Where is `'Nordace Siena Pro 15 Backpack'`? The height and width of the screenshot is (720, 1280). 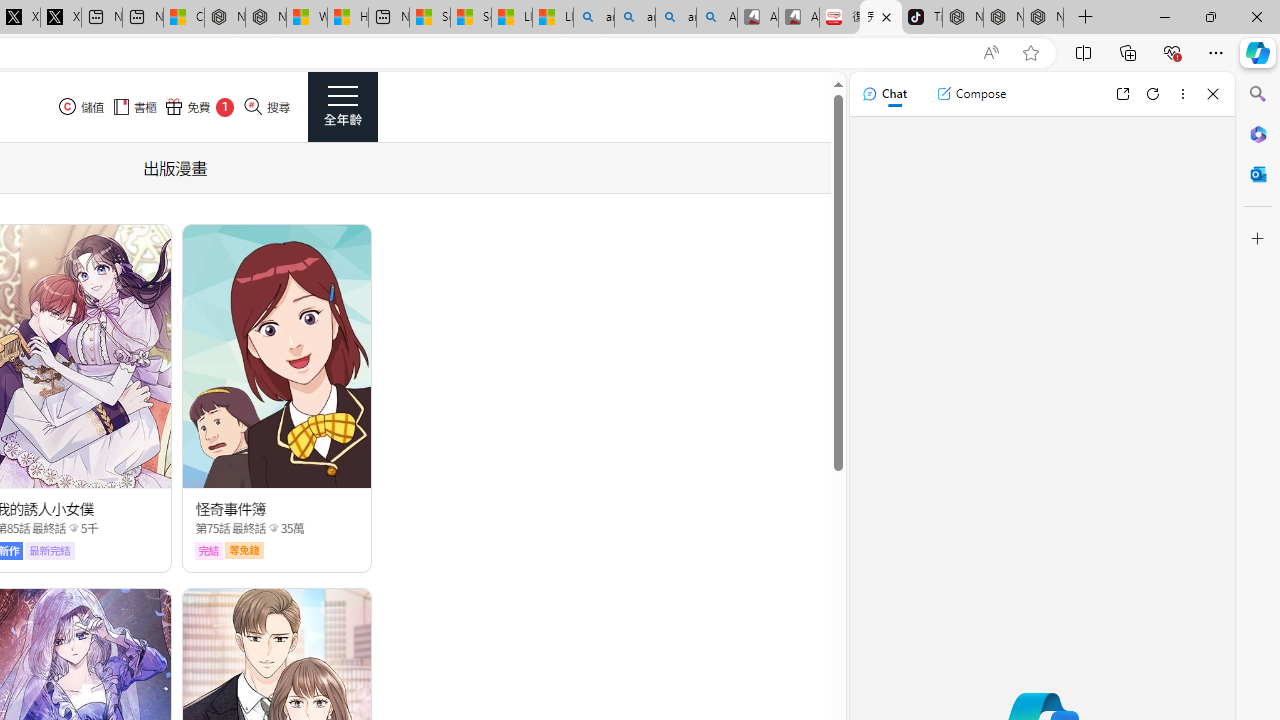 'Nordace Siena Pro 15 Backpack' is located at coordinates (1003, 17).